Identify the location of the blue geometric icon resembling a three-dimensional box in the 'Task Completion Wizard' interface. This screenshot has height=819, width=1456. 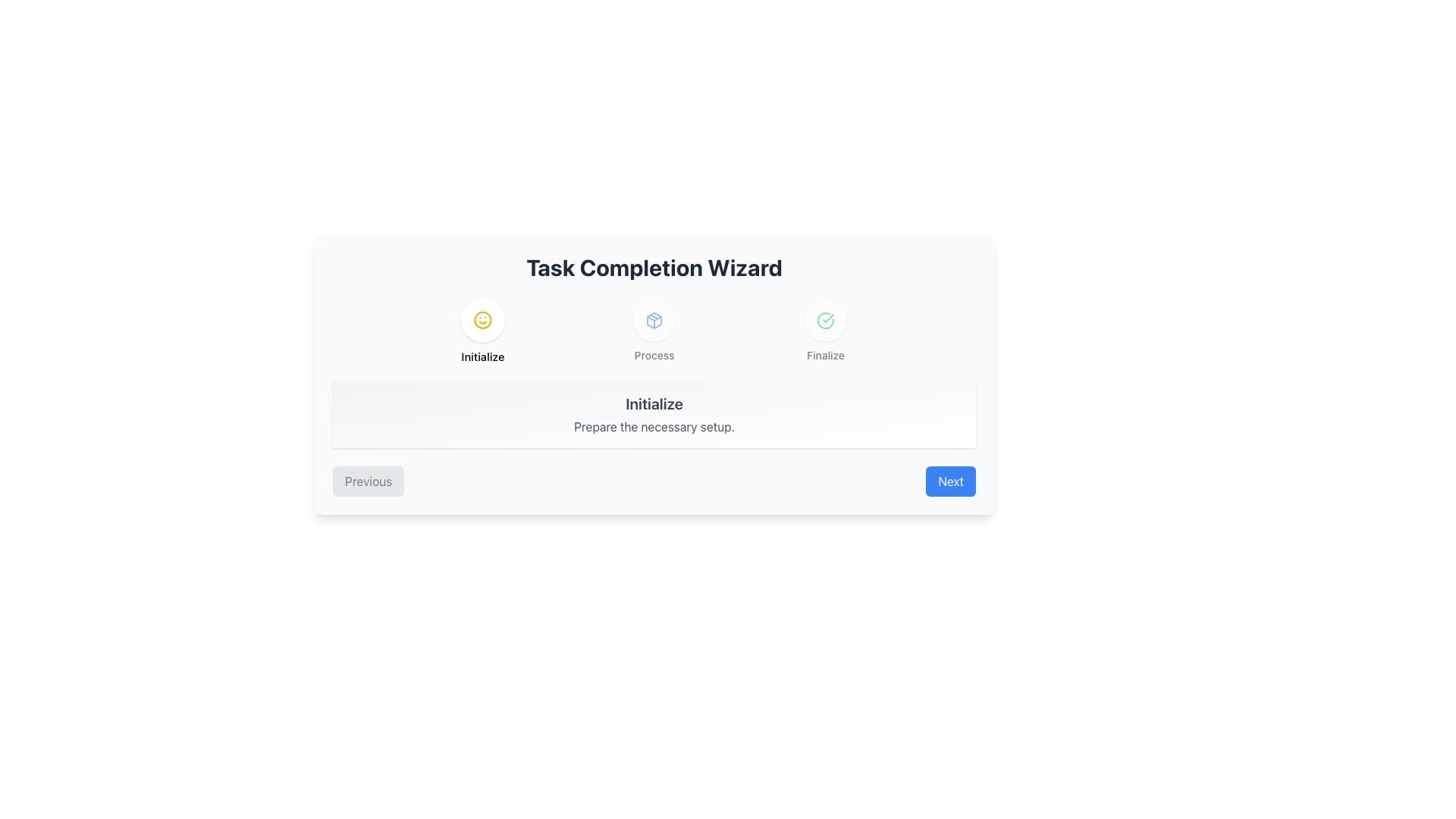
(654, 320).